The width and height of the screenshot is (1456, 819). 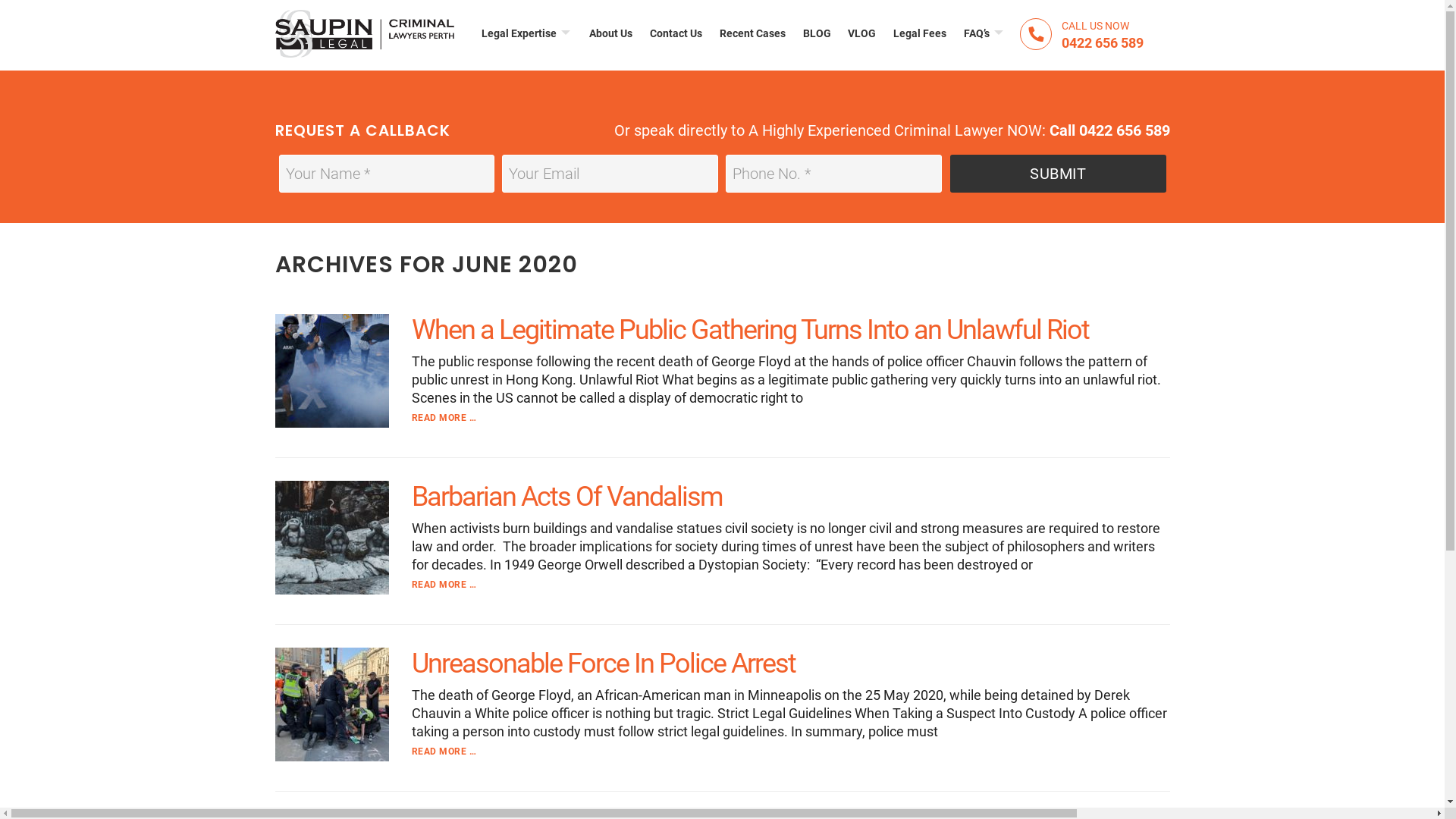 What do you see at coordinates (1112, 42) in the screenshot?
I see `'0422 656 589'` at bounding box center [1112, 42].